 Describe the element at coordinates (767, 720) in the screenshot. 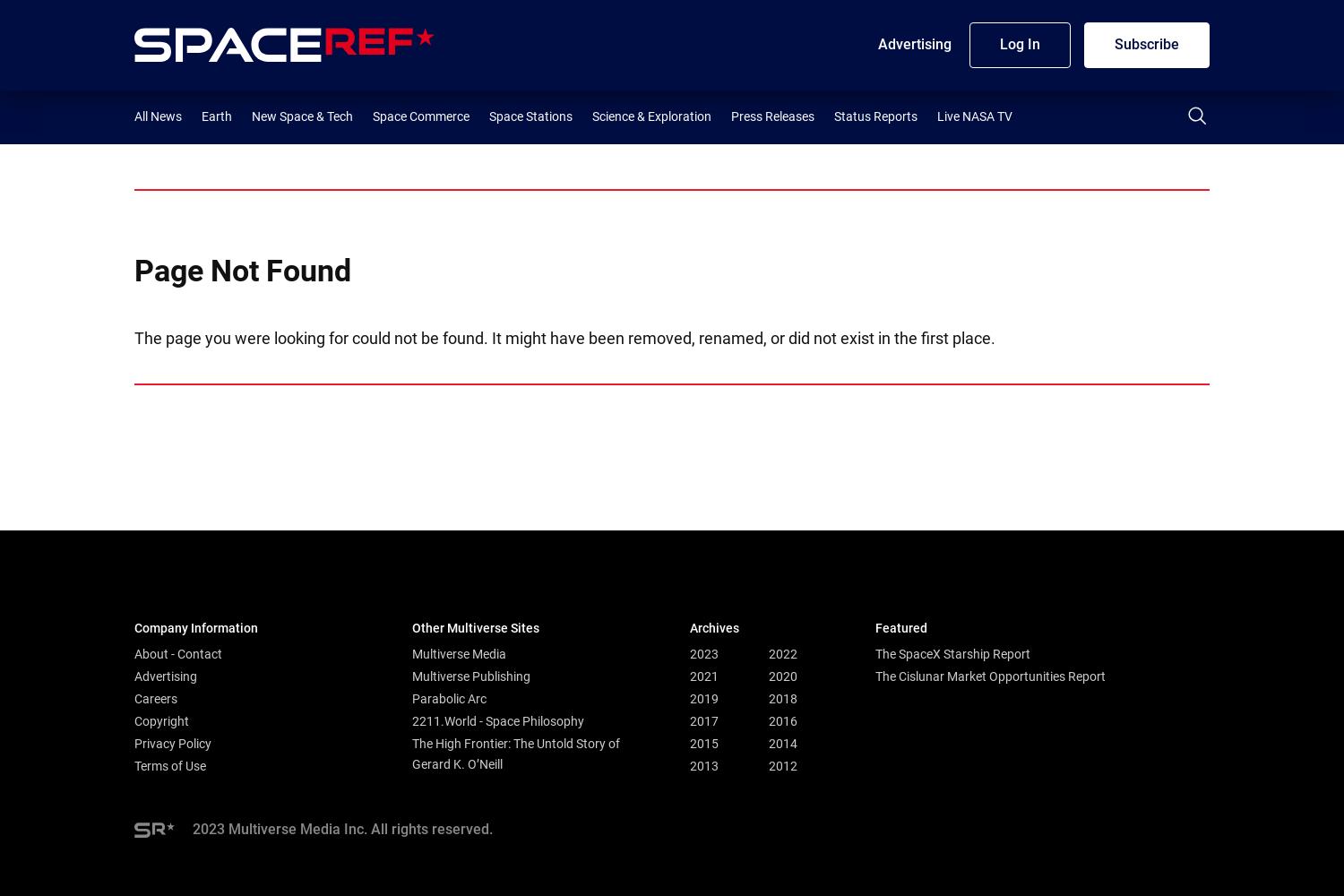

I see `'2016'` at that location.